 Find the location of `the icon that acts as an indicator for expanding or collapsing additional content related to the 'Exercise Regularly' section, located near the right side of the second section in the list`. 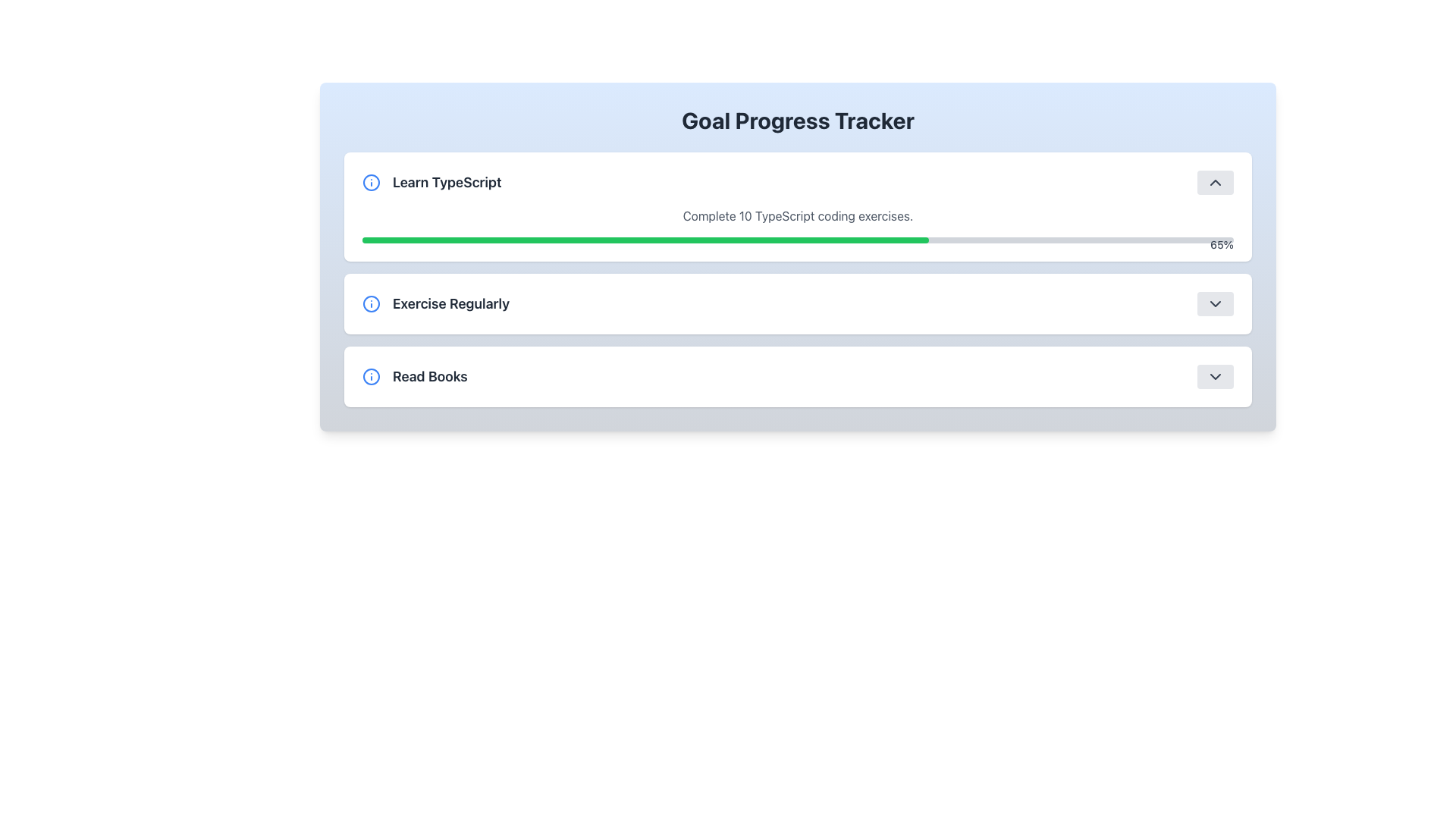

the icon that acts as an indicator for expanding or collapsing additional content related to the 'Exercise Regularly' section, located near the right side of the second section in the list is located at coordinates (1216, 304).